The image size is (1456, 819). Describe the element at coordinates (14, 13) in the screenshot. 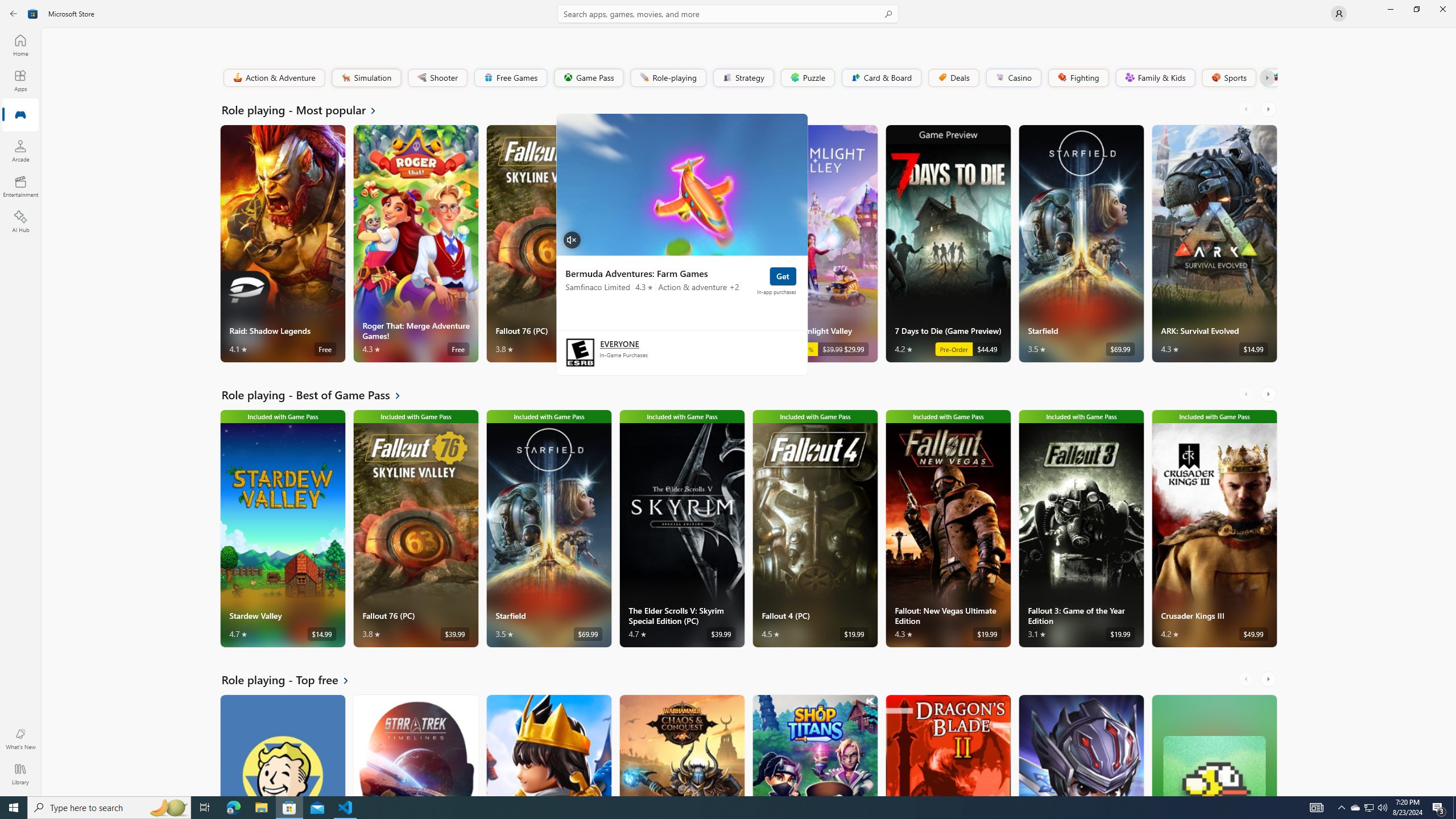

I see `'Back'` at that location.